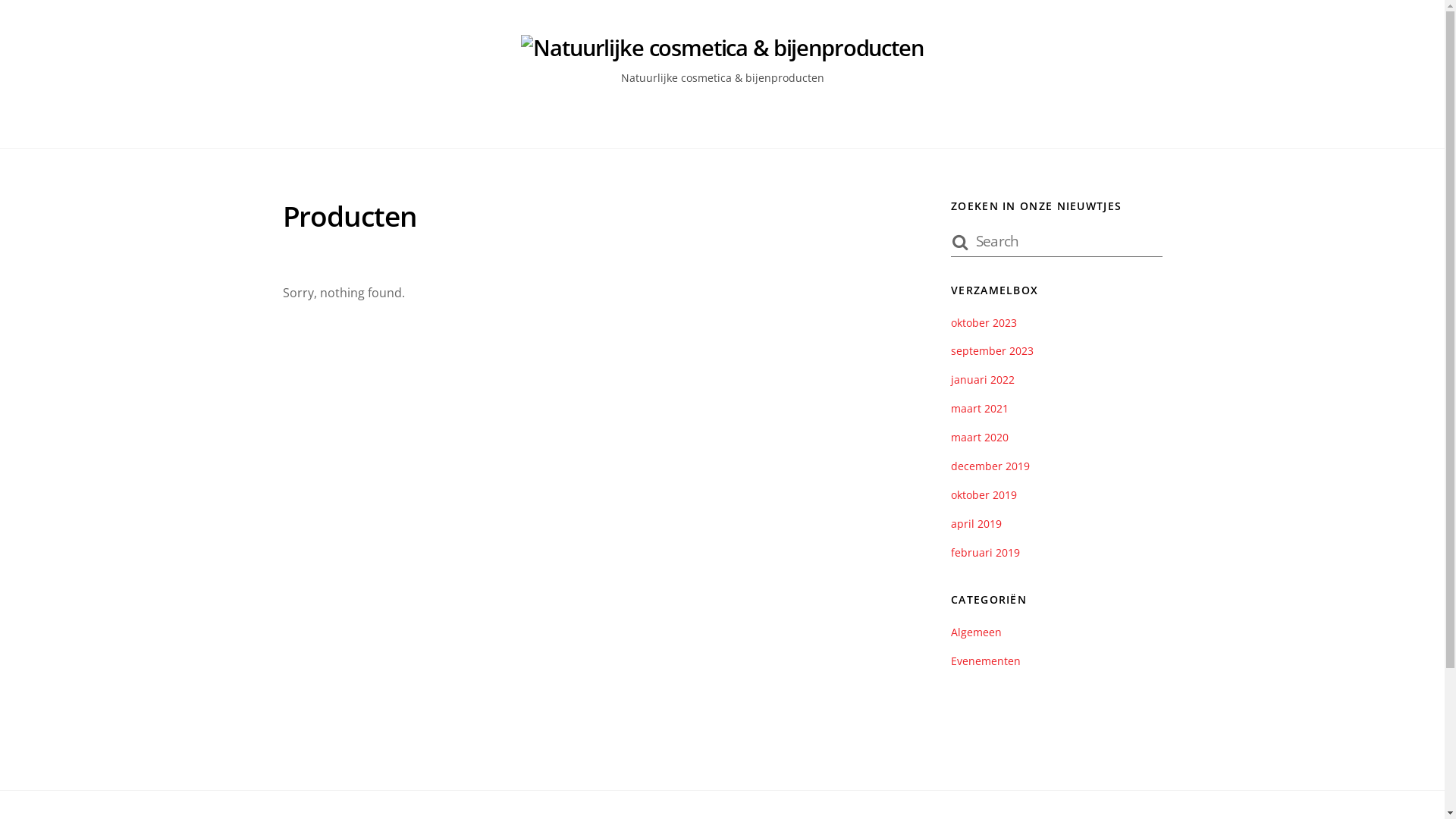 The height and width of the screenshot is (819, 1456). I want to click on 'Evenementen', so click(986, 660).